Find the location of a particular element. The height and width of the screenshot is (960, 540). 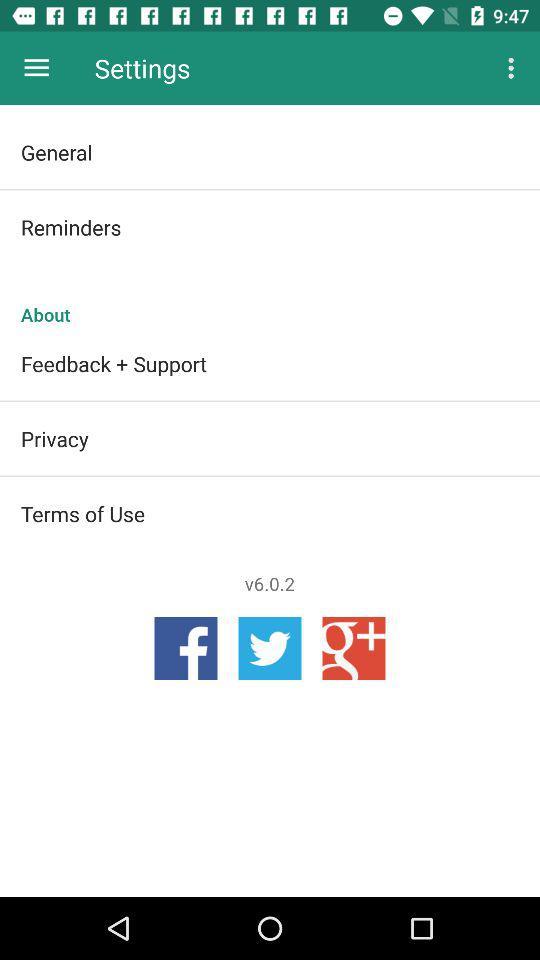

icon above the general icon is located at coordinates (36, 68).